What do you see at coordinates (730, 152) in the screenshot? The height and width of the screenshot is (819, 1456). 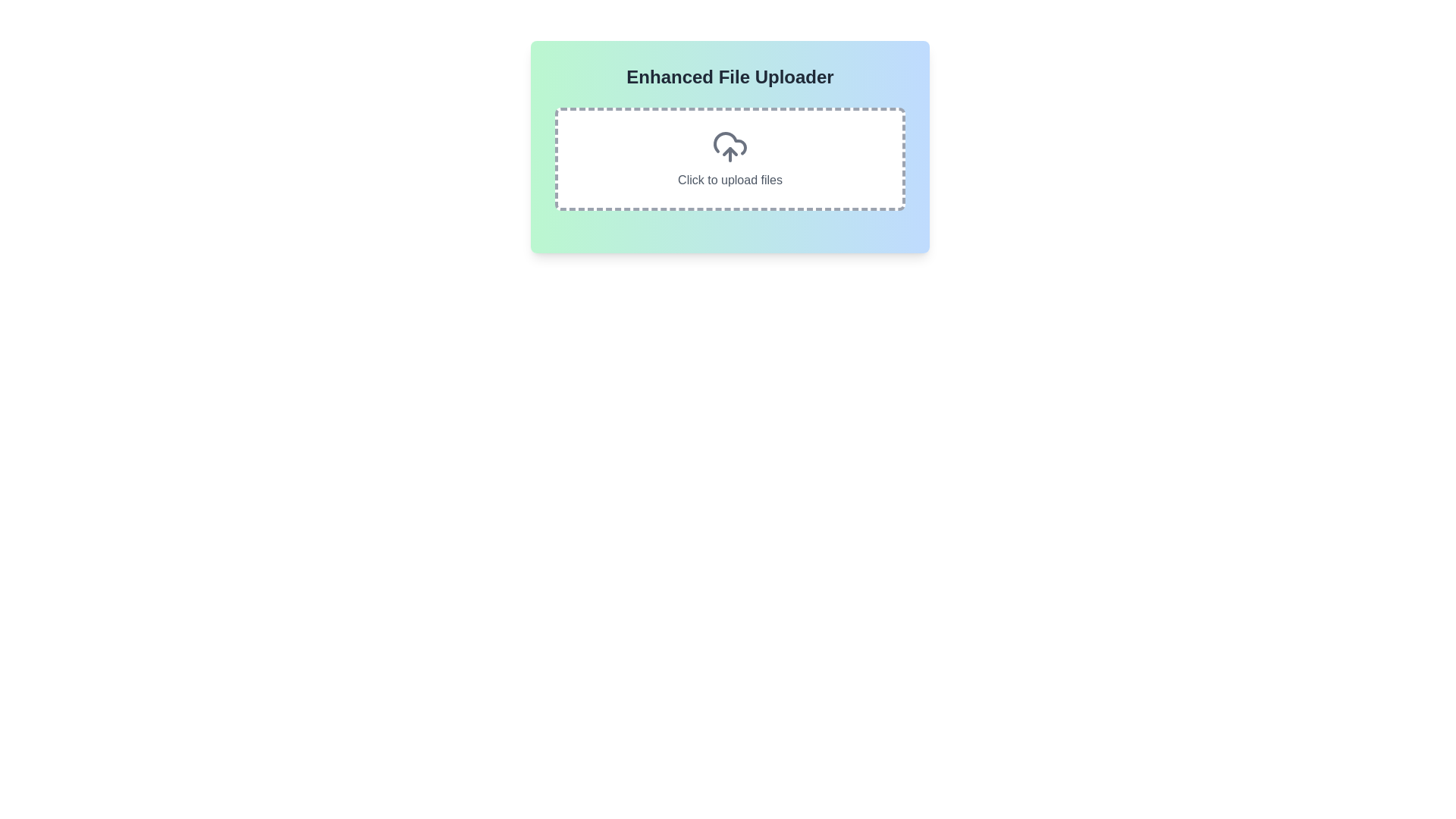 I see `the upward-pointing arrow part of the cloud upload icon, which is centrally located within a card-like interface and positioned above the 'Click to upload files' text` at bounding box center [730, 152].